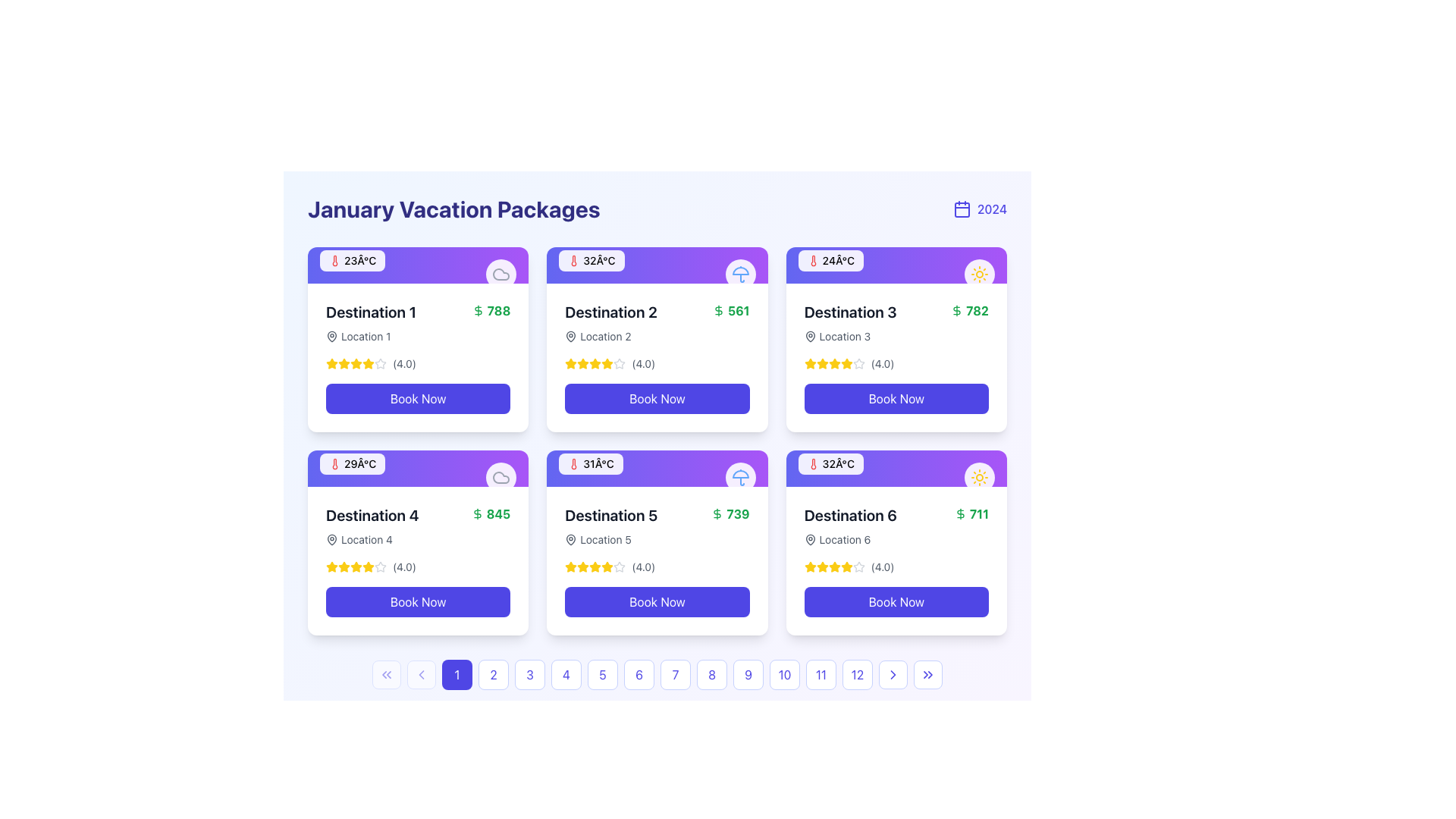 Image resolution: width=1456 pixels, height=819 pixels. I want to click on the bold green number '788' indicating price within the first card labeled 'Destination 1' in the top-left corner of the vacation packages grid, so click(498, 309).